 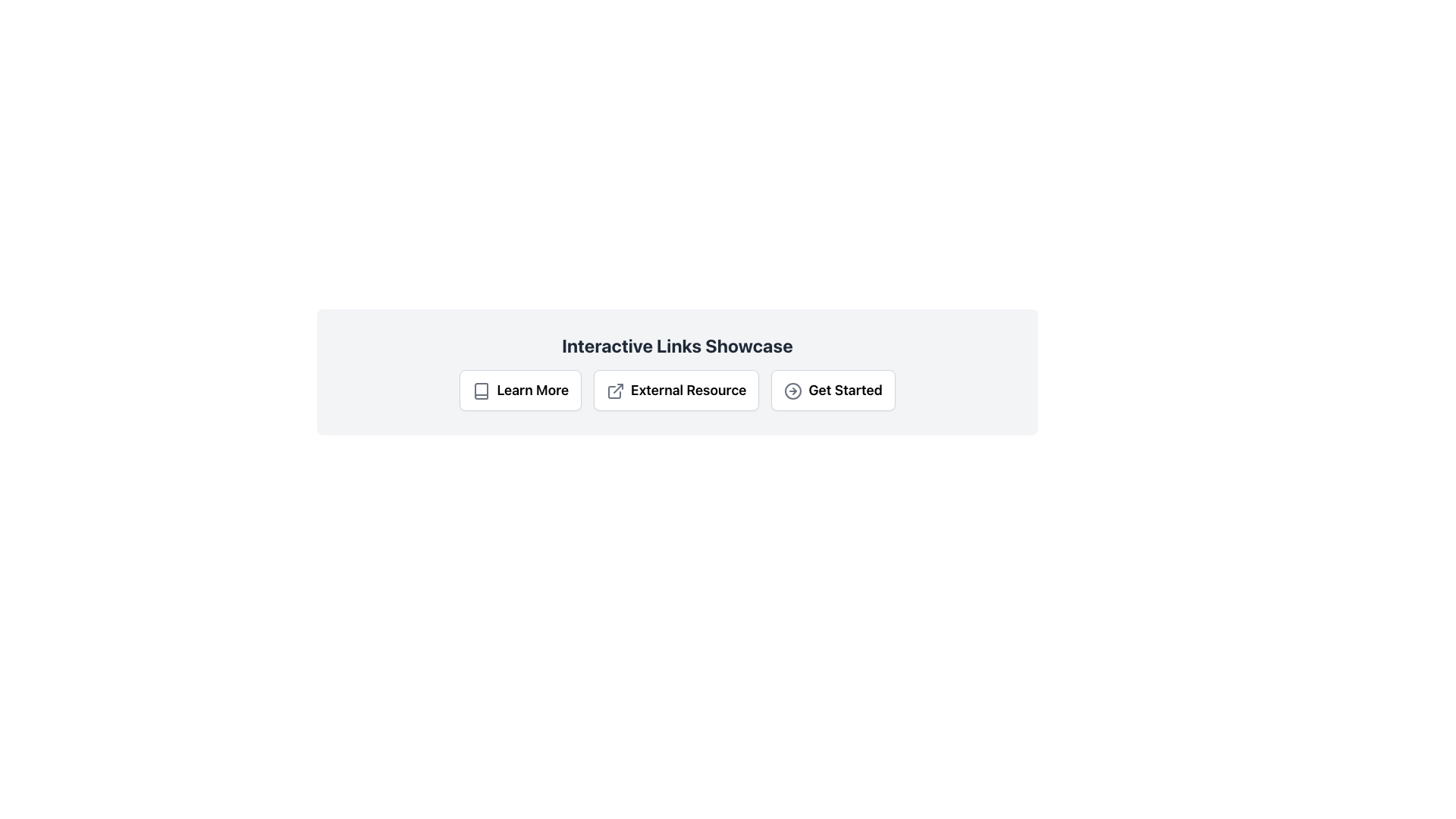 I want to click on the bold header reading 'Interactive Links Showcase' which is prominently displayed at the top of its group, above the buttons labeled 'Learn More', 'External Resource', and 'Get Started', so click(x=676, y=345).